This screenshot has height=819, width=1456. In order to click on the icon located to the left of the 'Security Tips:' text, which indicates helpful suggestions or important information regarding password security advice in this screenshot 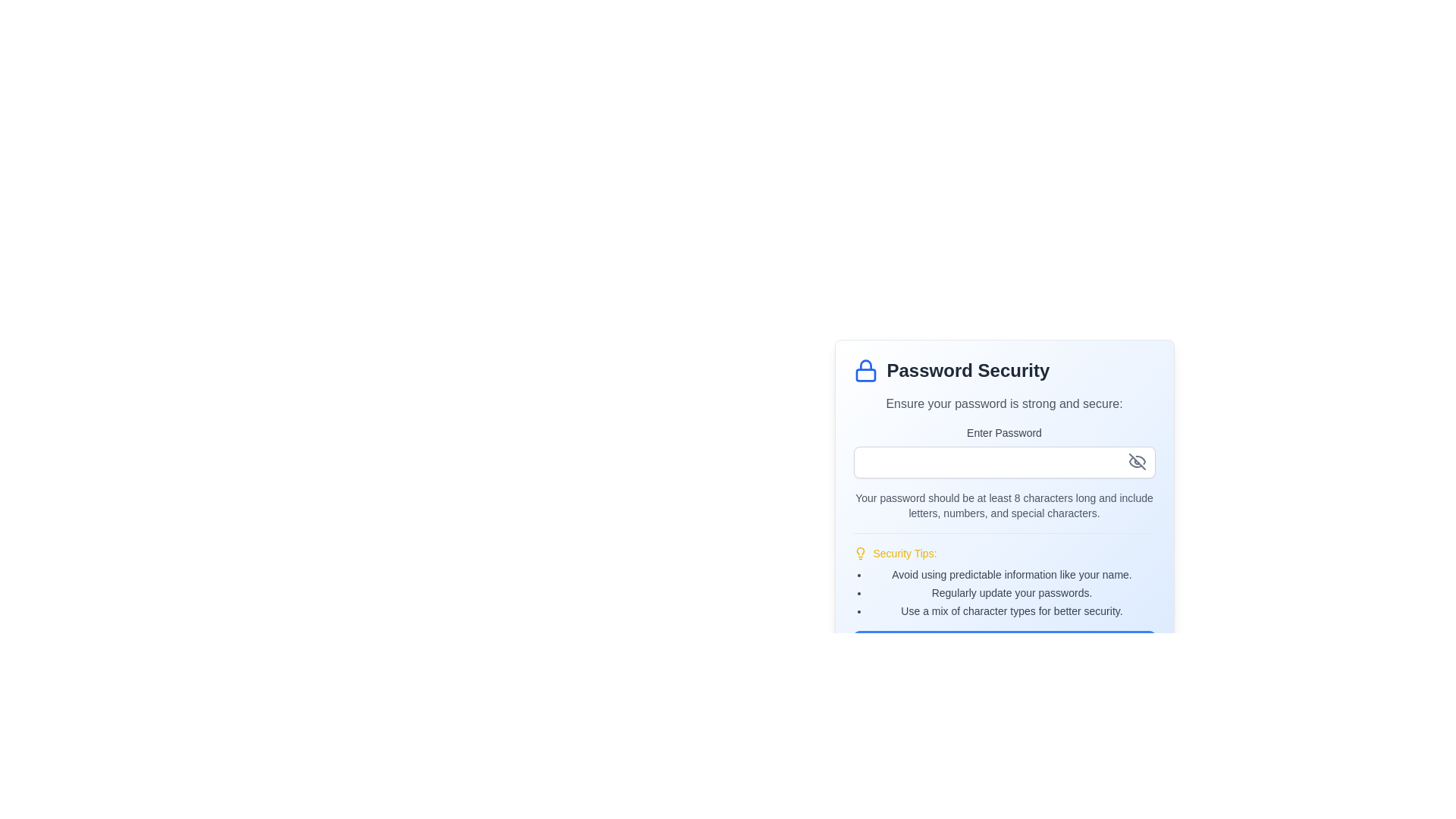, I will do `click(860, 553)`.